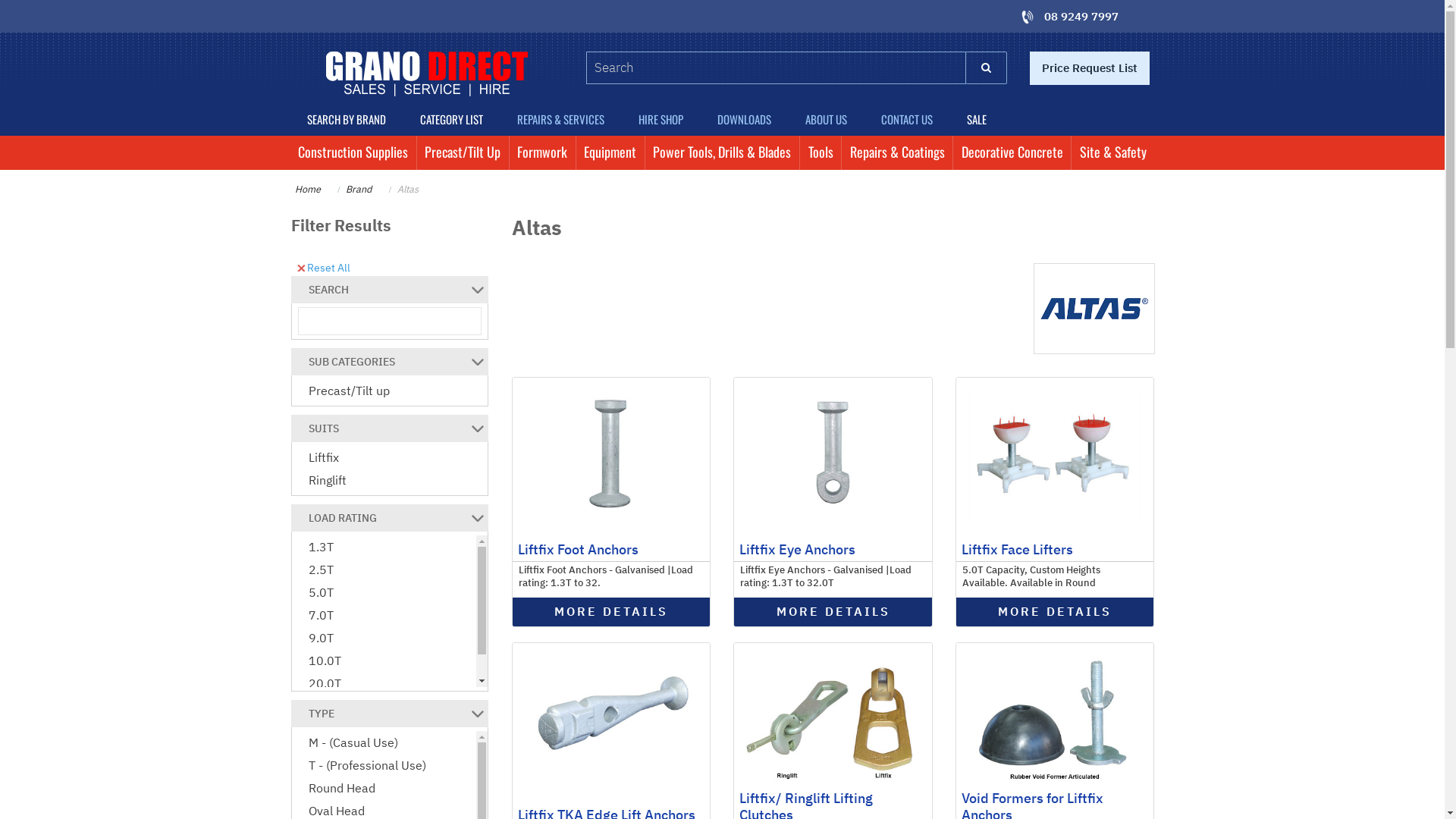  Describe the element at coordinates (306, 188) in the screenshot. I see `'Home'` at that location.